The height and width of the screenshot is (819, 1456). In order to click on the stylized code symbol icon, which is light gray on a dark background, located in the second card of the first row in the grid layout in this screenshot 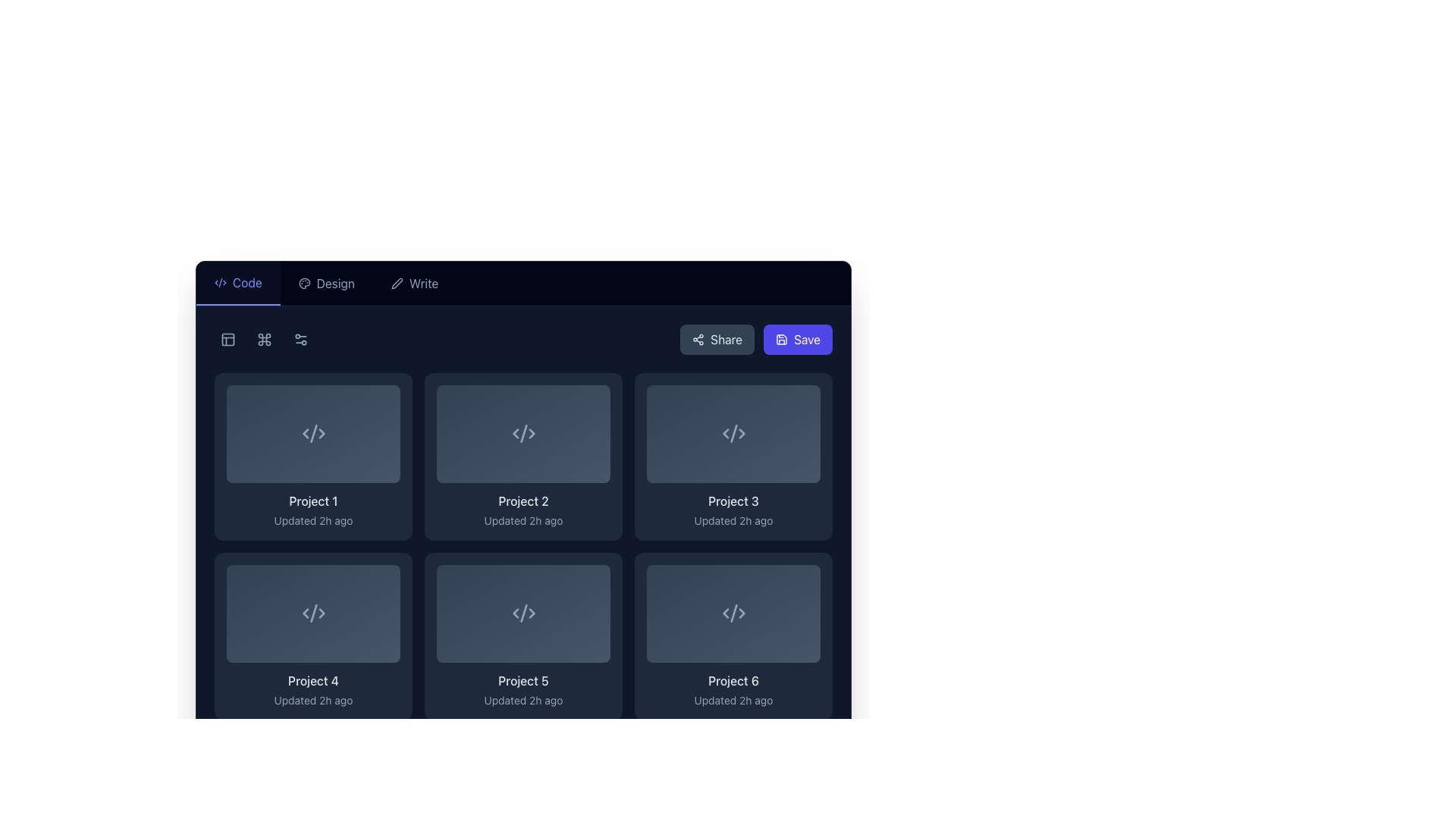, I will do `click(523, 434)`.